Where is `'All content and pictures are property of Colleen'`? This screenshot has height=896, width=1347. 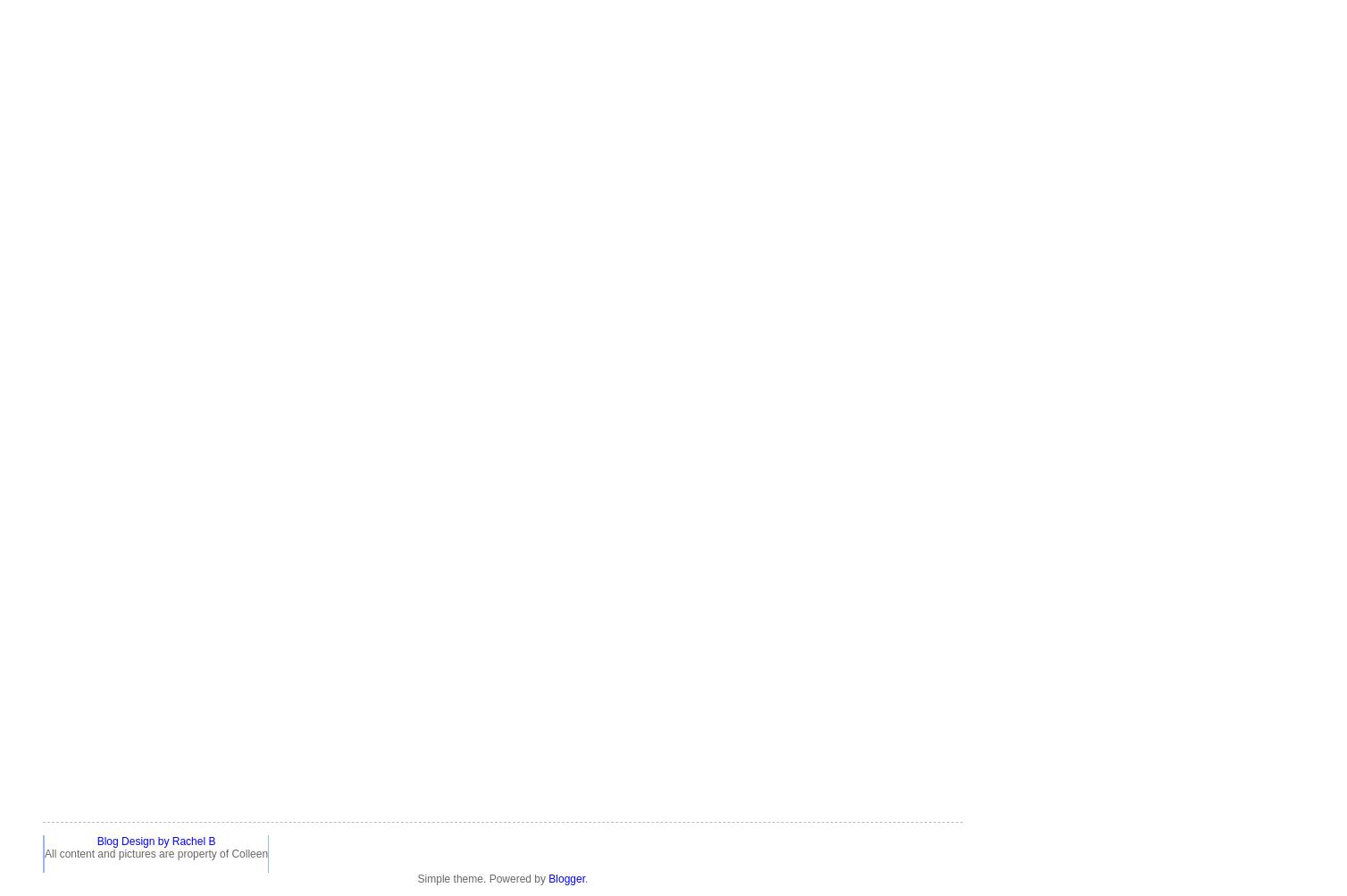 'All content and pictures are property of Colleen' is located at coordinates (155, 852).